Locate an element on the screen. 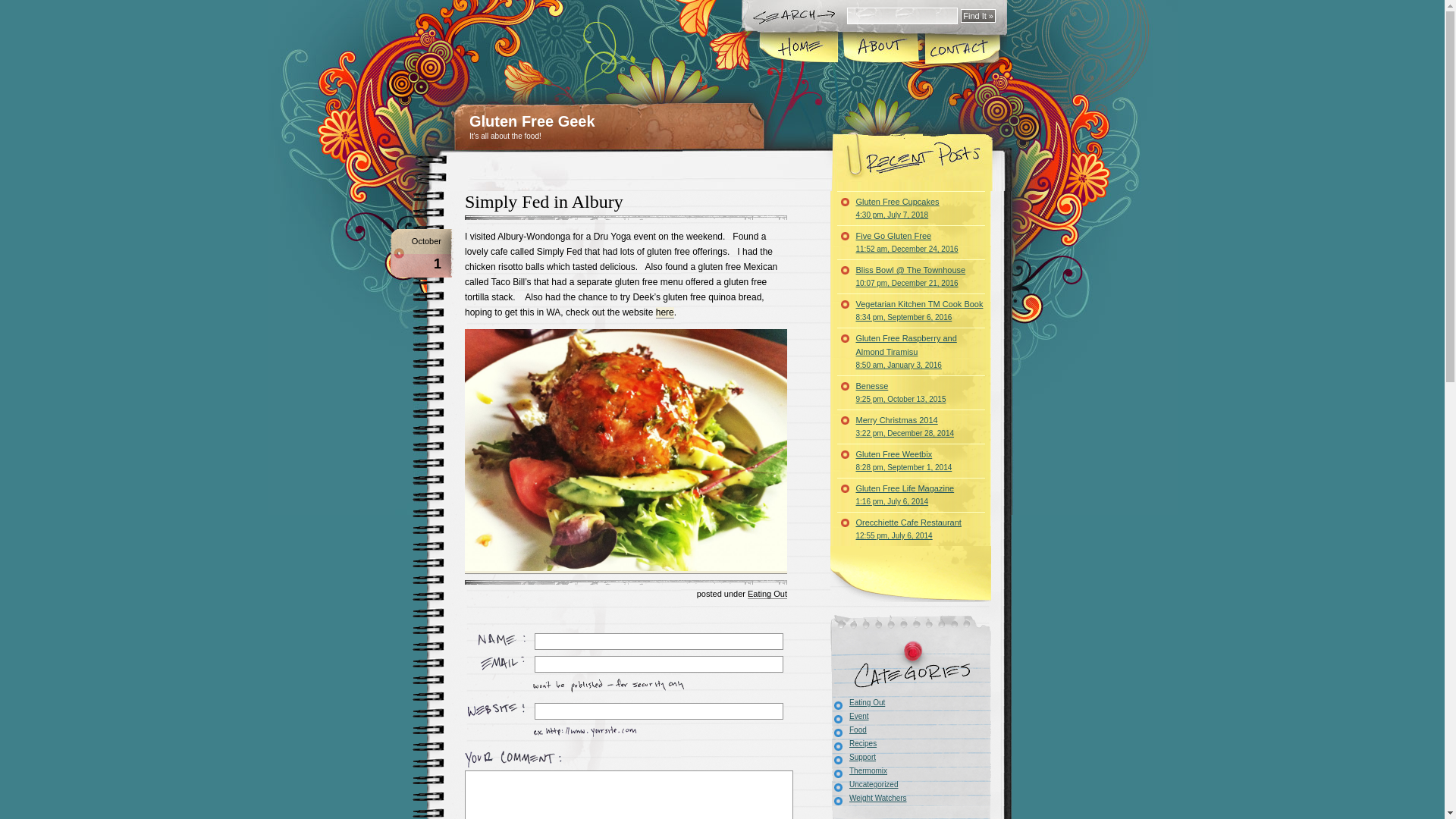  'Food' is located at coordinates (847, 729).